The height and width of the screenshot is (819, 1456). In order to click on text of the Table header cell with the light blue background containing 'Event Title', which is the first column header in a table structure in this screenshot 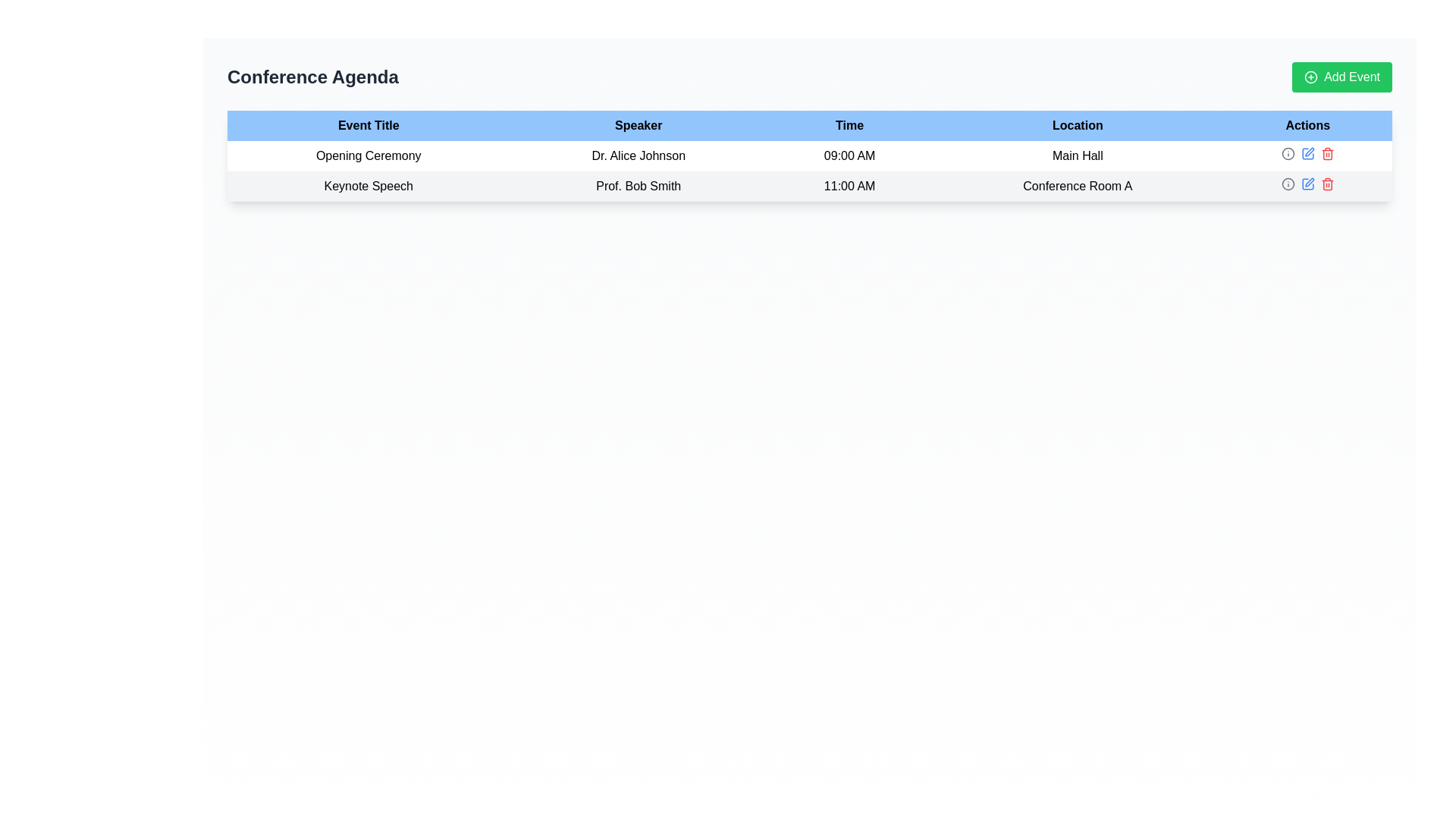, I will do `click(369, 124)`.